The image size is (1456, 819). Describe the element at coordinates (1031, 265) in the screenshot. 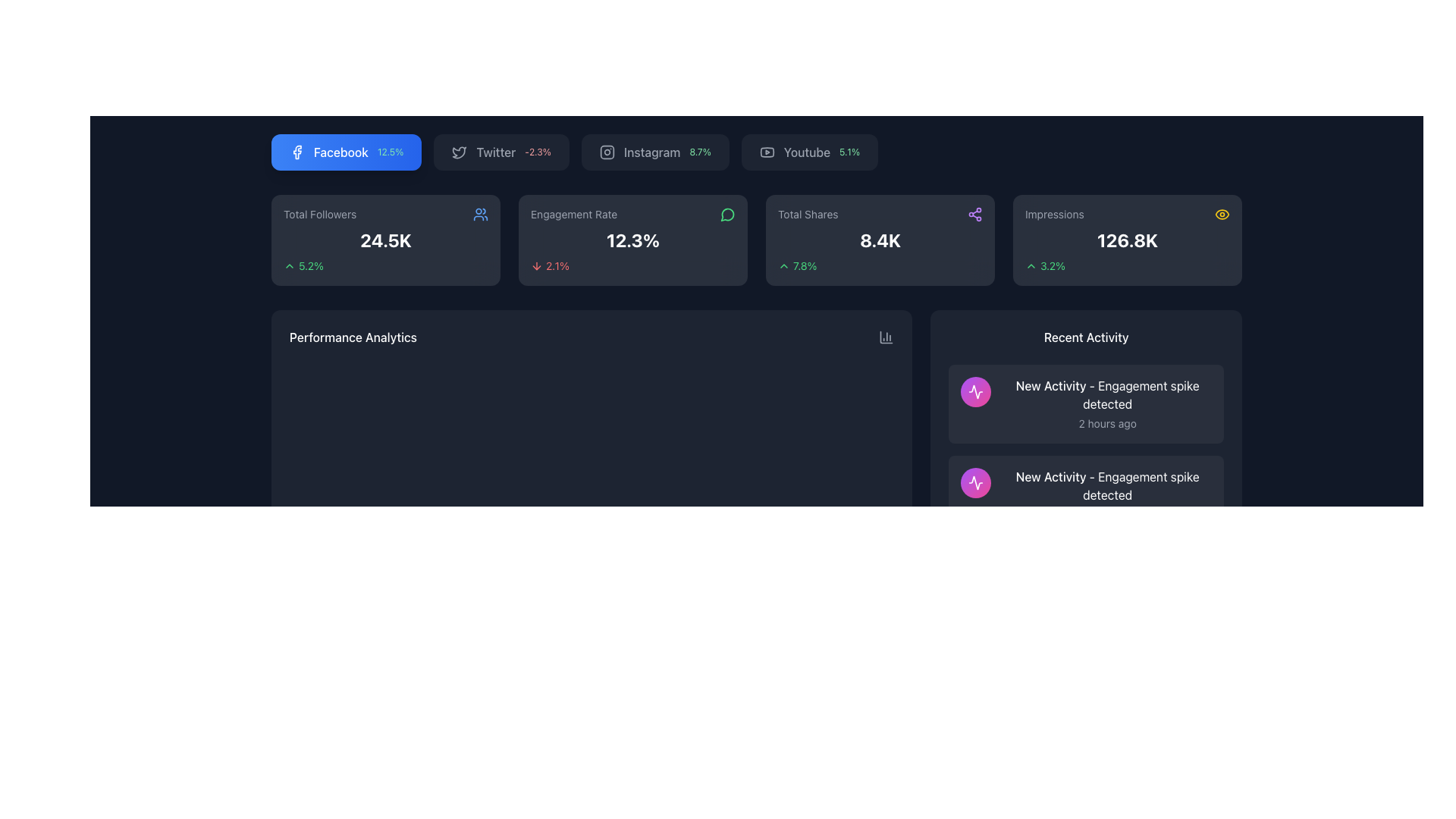

I see `the small upward-pointing chevron icon that is styled with a thin outline in a light color on a dark background, located in the top-left corner of the text displaying '3.2%' in green` at that location.